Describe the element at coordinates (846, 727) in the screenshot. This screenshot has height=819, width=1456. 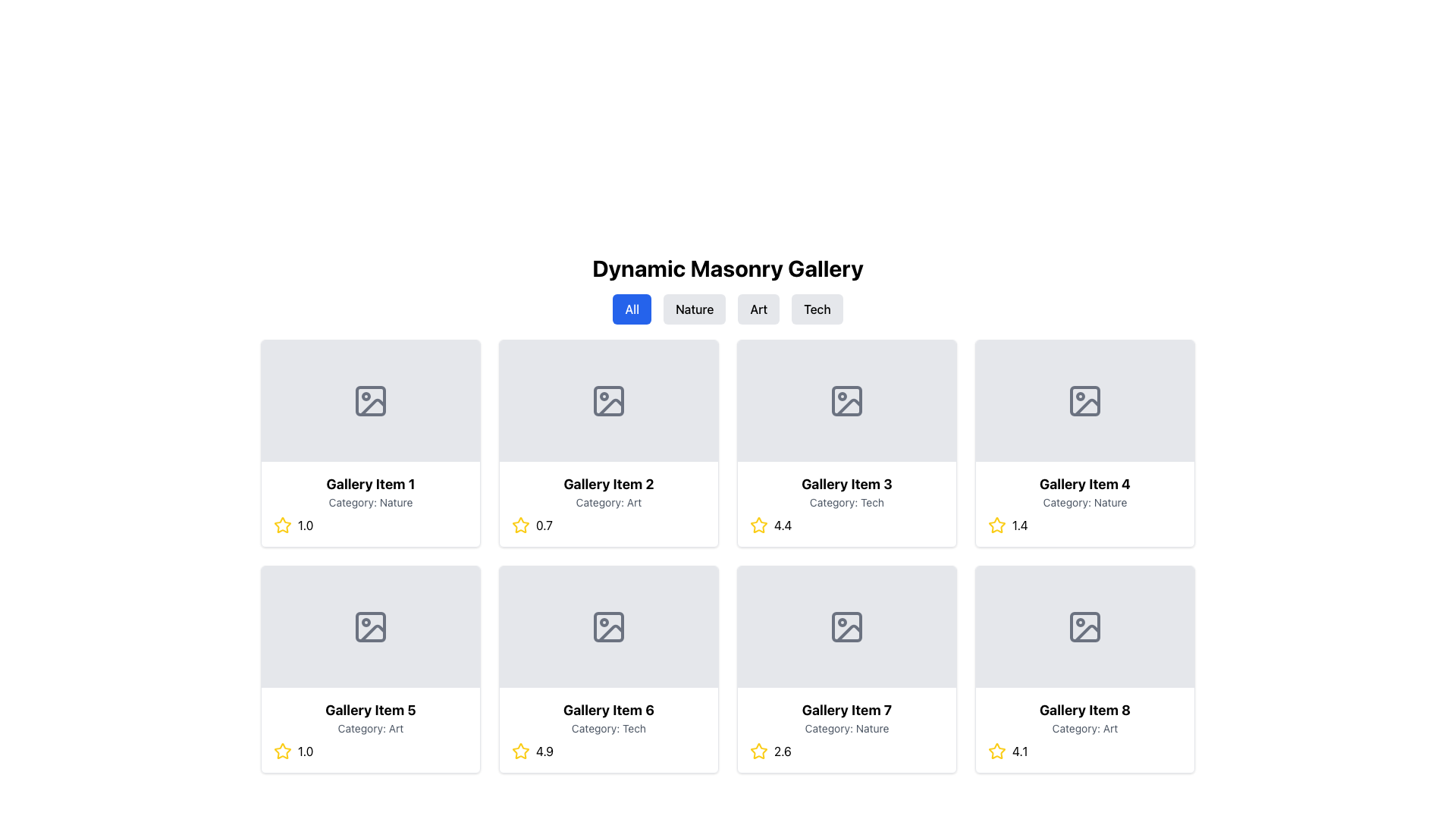
I see `the informational Text label indicating the category of the corresponding gallery item, which is located below the title 'Gallery Item 7' and above the rating section within the card for 'Gallery Item 7'` at that location.